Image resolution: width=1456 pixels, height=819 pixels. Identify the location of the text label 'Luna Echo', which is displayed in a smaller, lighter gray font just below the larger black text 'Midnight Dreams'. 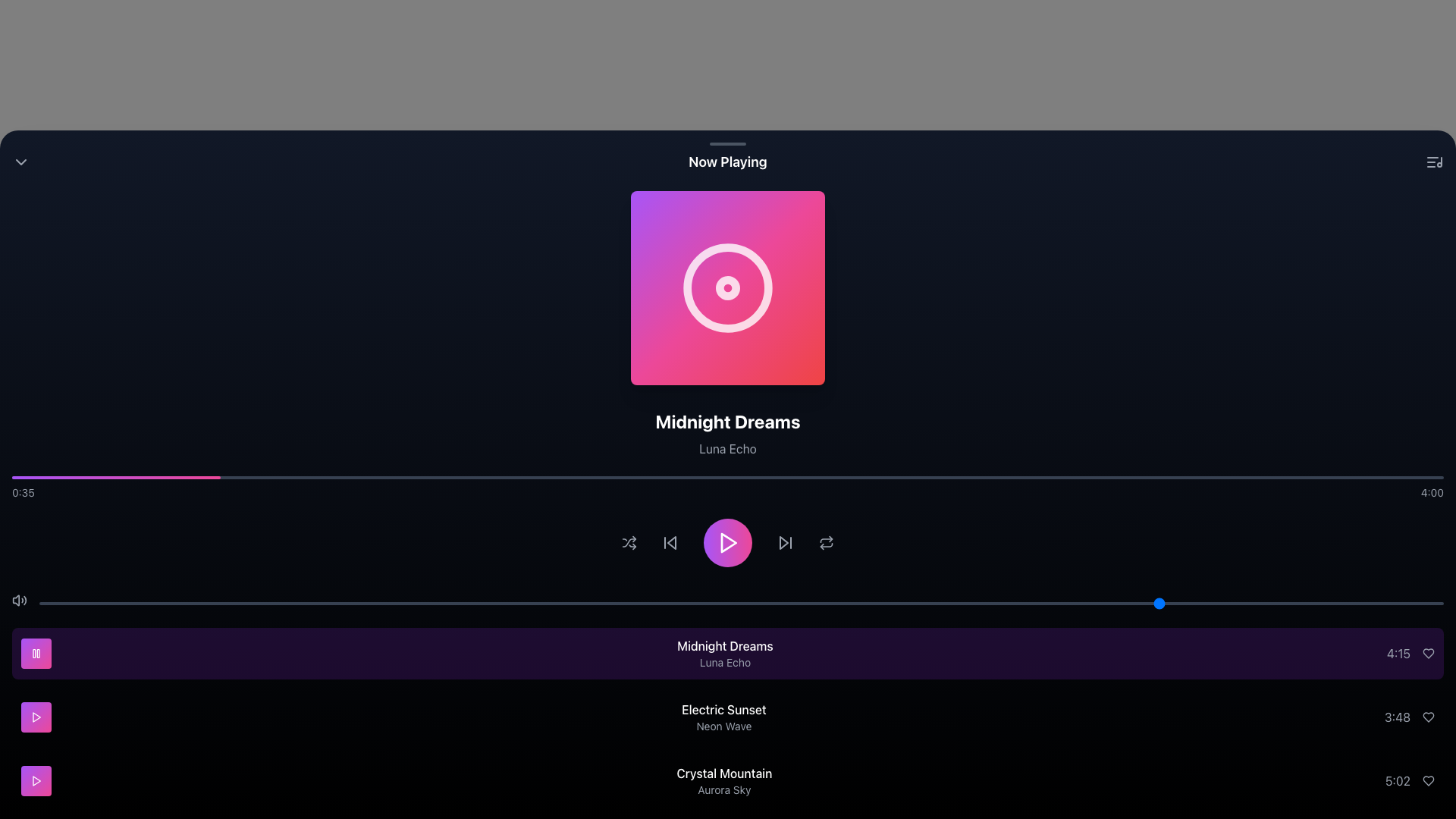
(728, 447).